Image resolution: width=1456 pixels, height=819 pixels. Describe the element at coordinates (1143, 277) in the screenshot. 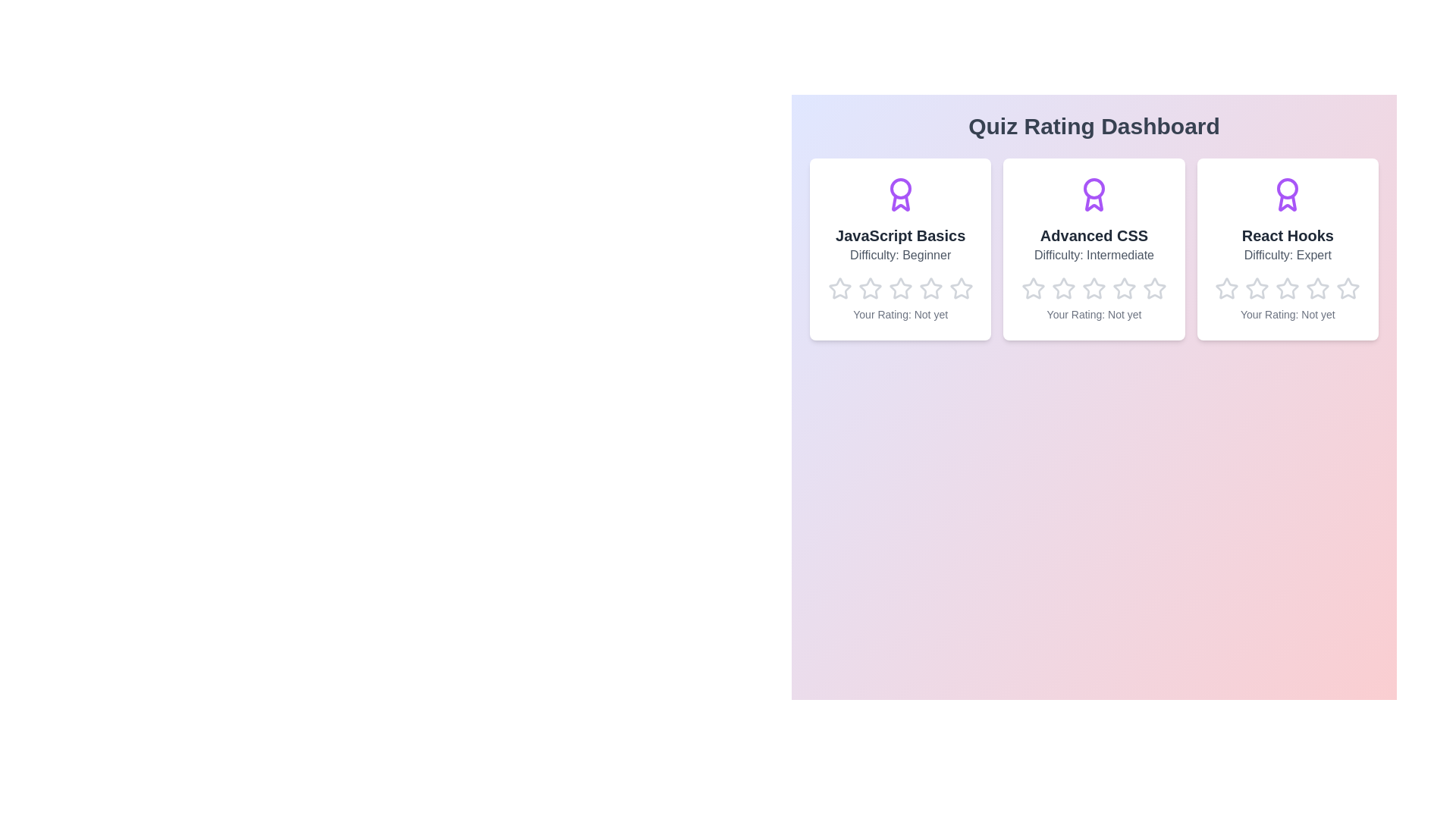

I see `the star corresponding to the rating 5 for the quiz Advanced CSS` at that location.